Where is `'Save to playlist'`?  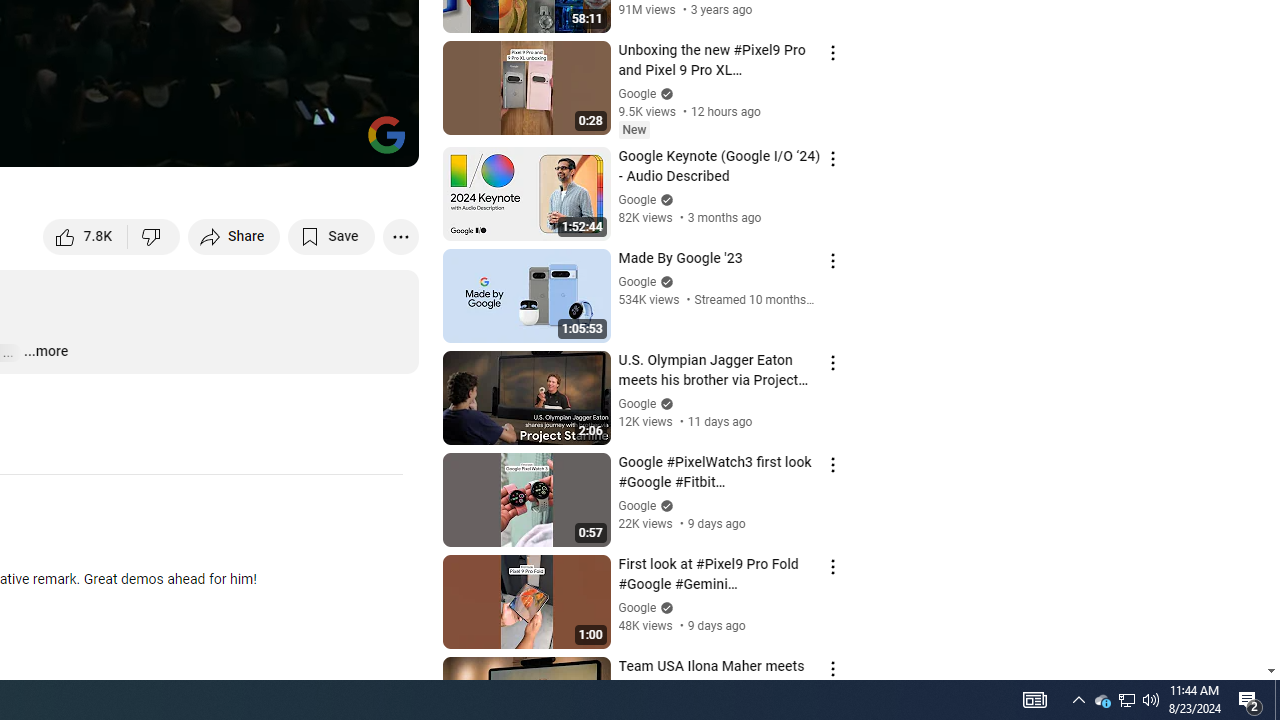
'Save to playlist' is located at coordinates (331, 235).